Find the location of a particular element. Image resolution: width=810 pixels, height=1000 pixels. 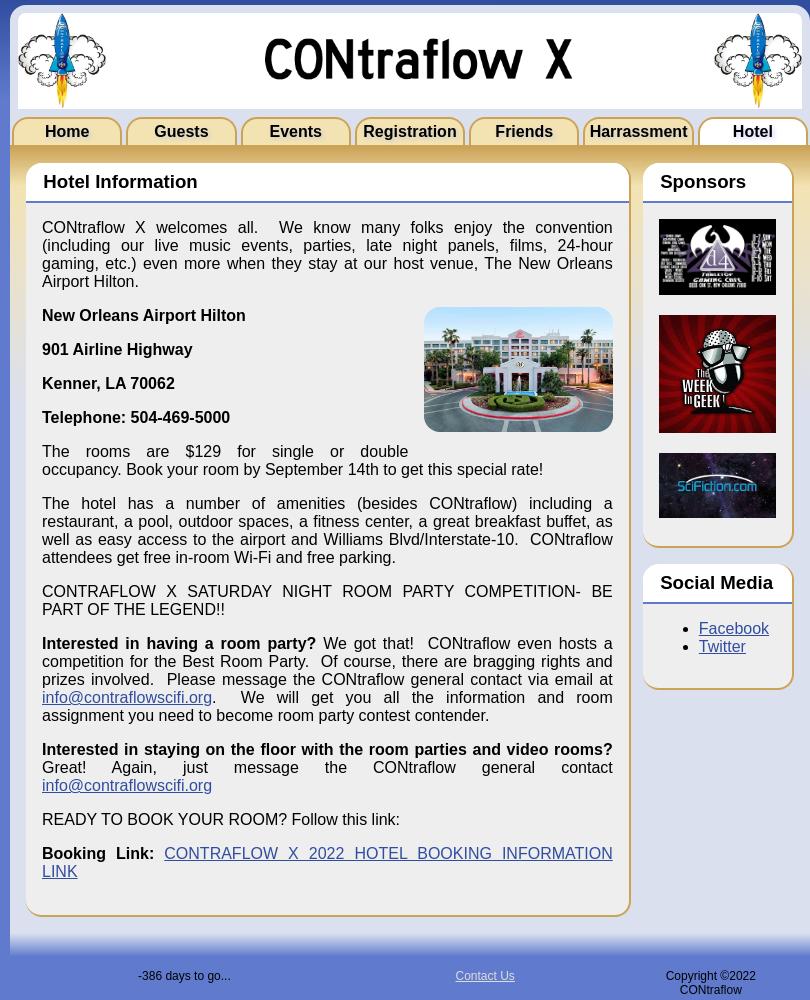

'Booking Link:' is located at coordinates (42, 852).